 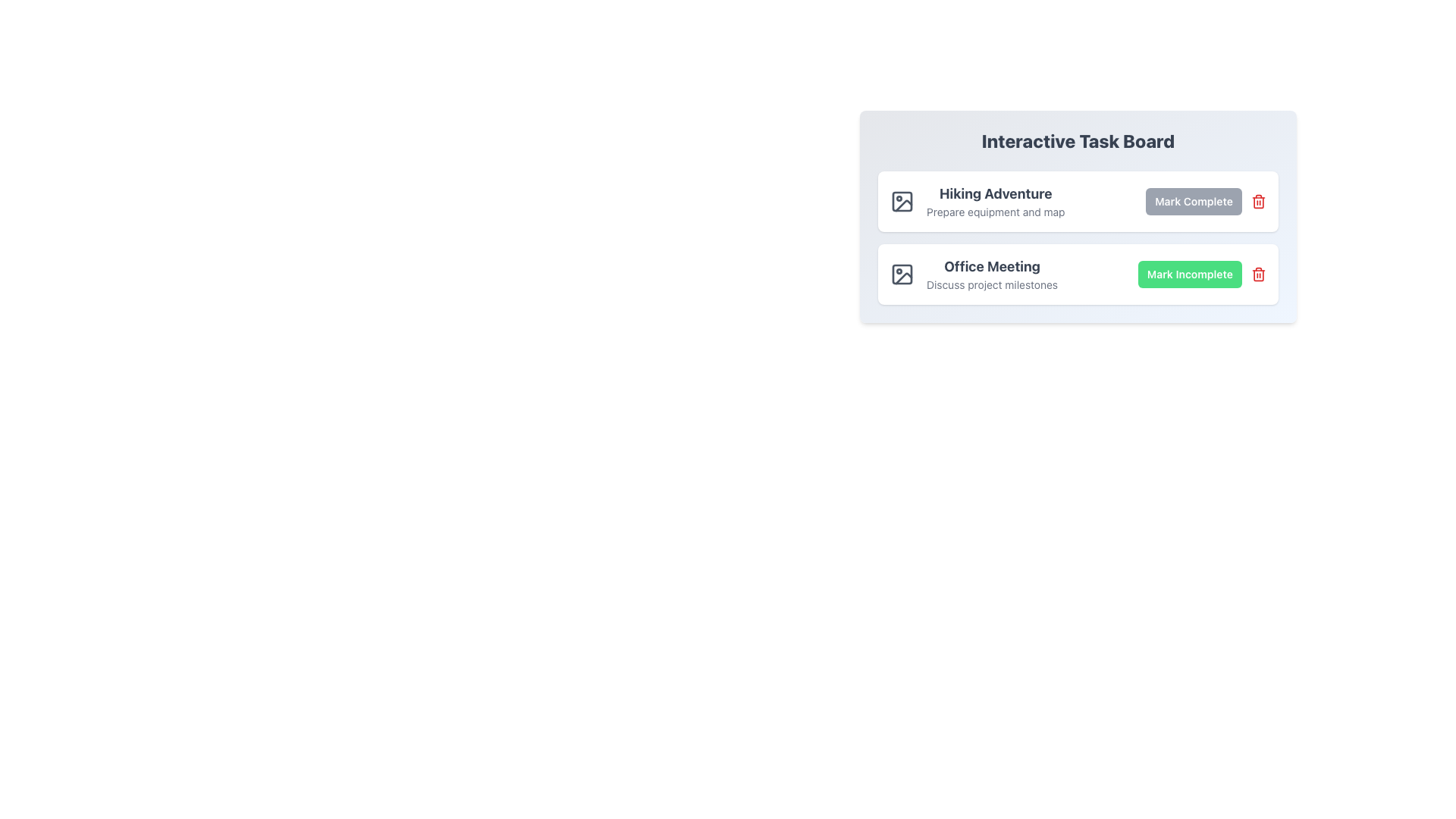 What do you see at coordinates (992, 265) in the screenshot?
I see `the bold text label 'Office Meeting' which is styled in a large font size and gray color, located at the center of the task card interface` at bounding box center [992, 265].